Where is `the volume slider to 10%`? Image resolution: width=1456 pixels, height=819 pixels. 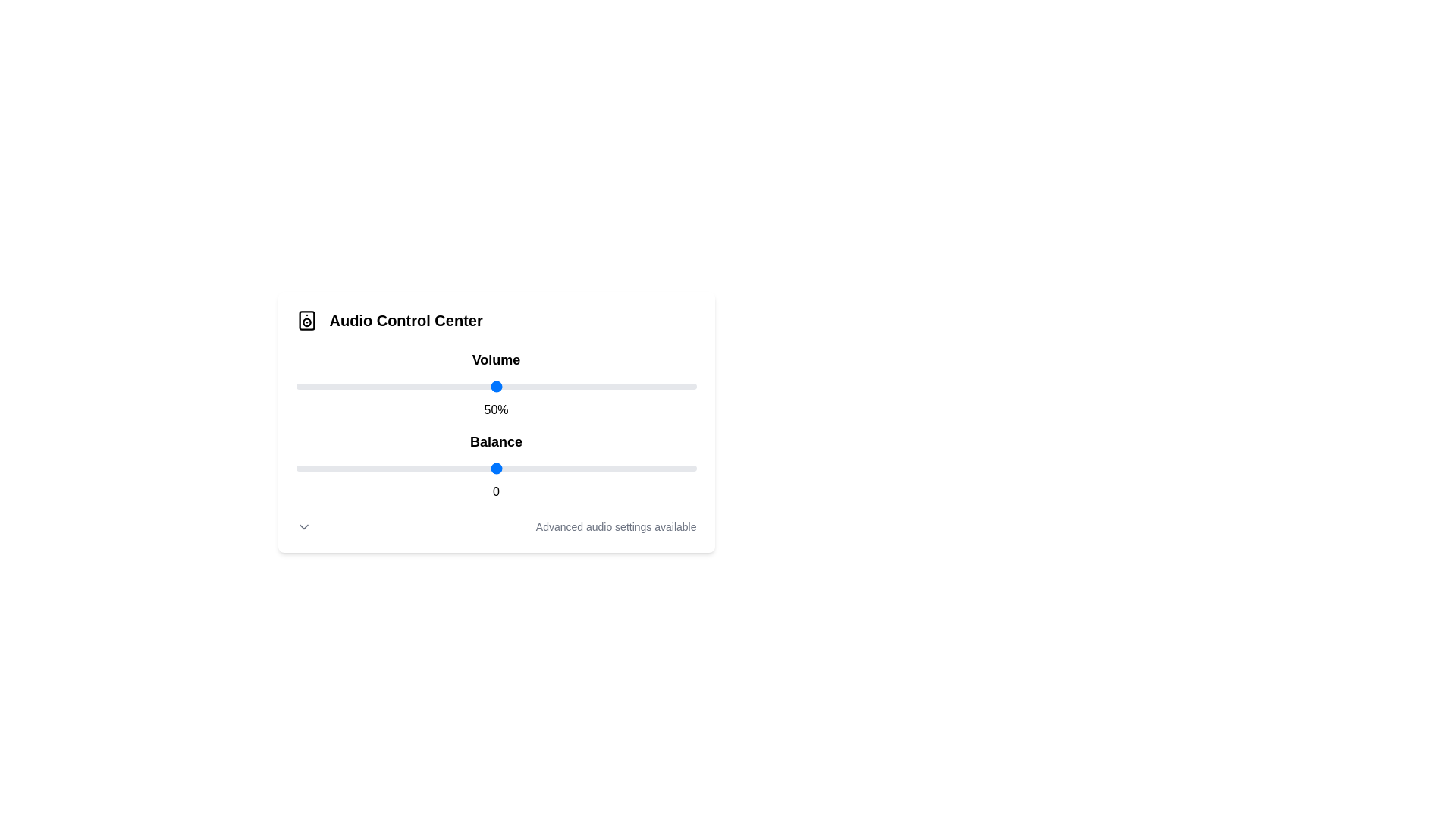
the volume slider to 10% is located at coordinates (335, 385).